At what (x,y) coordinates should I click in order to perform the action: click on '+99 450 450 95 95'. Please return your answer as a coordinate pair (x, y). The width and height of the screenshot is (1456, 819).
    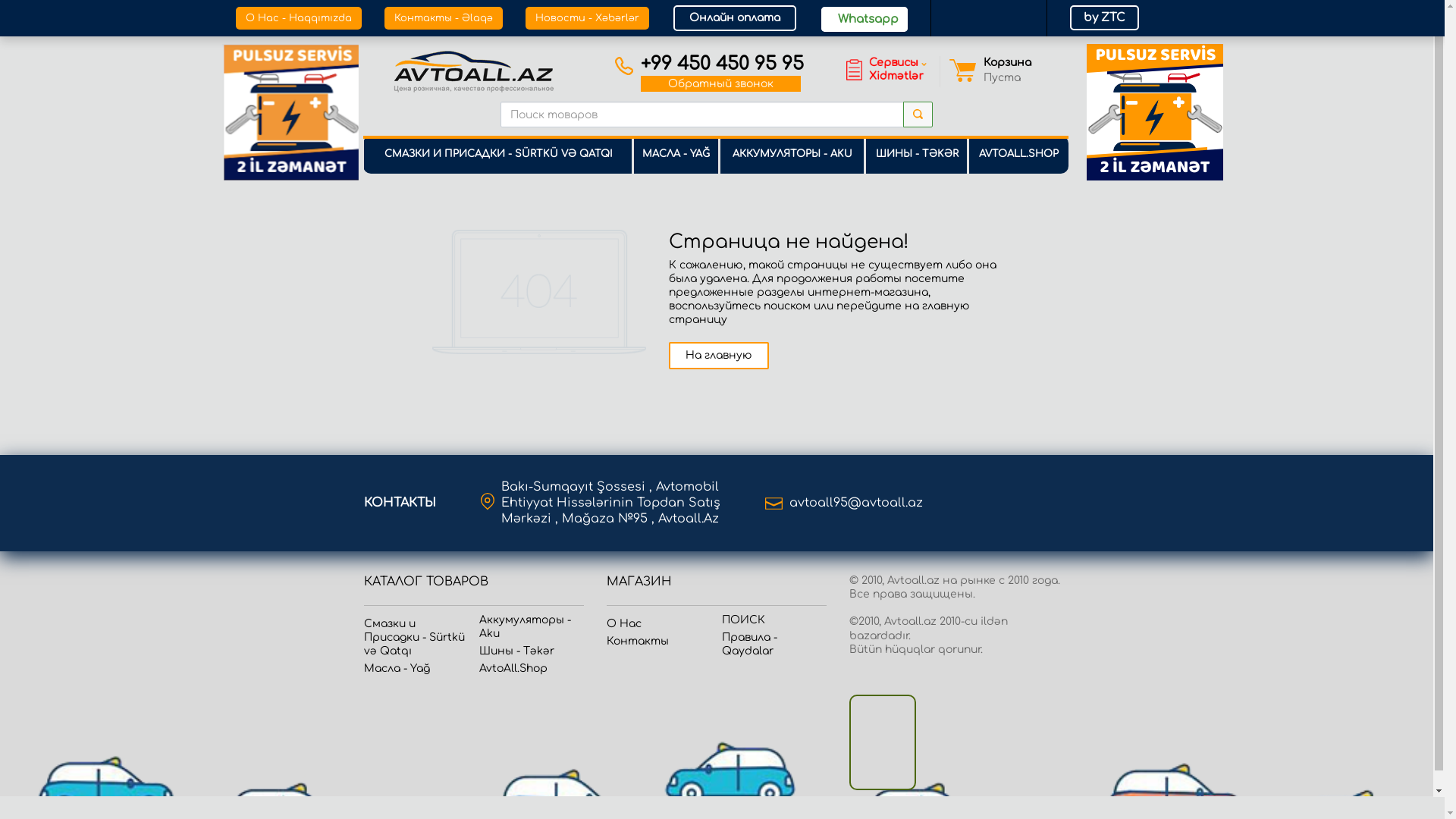
    Looking at the image, I should click on (721, 63).